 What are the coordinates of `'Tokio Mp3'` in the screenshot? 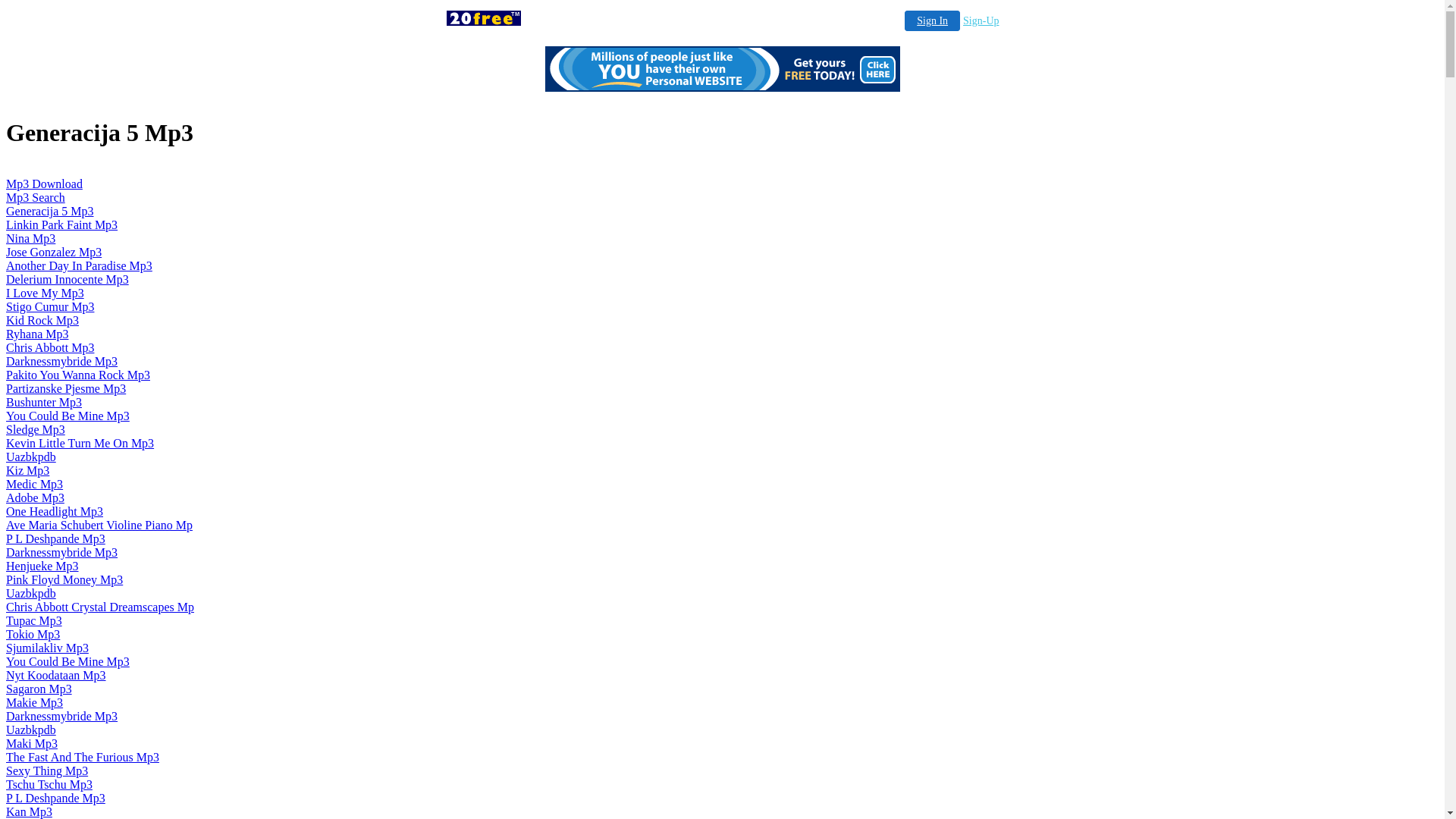 It's located at (33, 634).